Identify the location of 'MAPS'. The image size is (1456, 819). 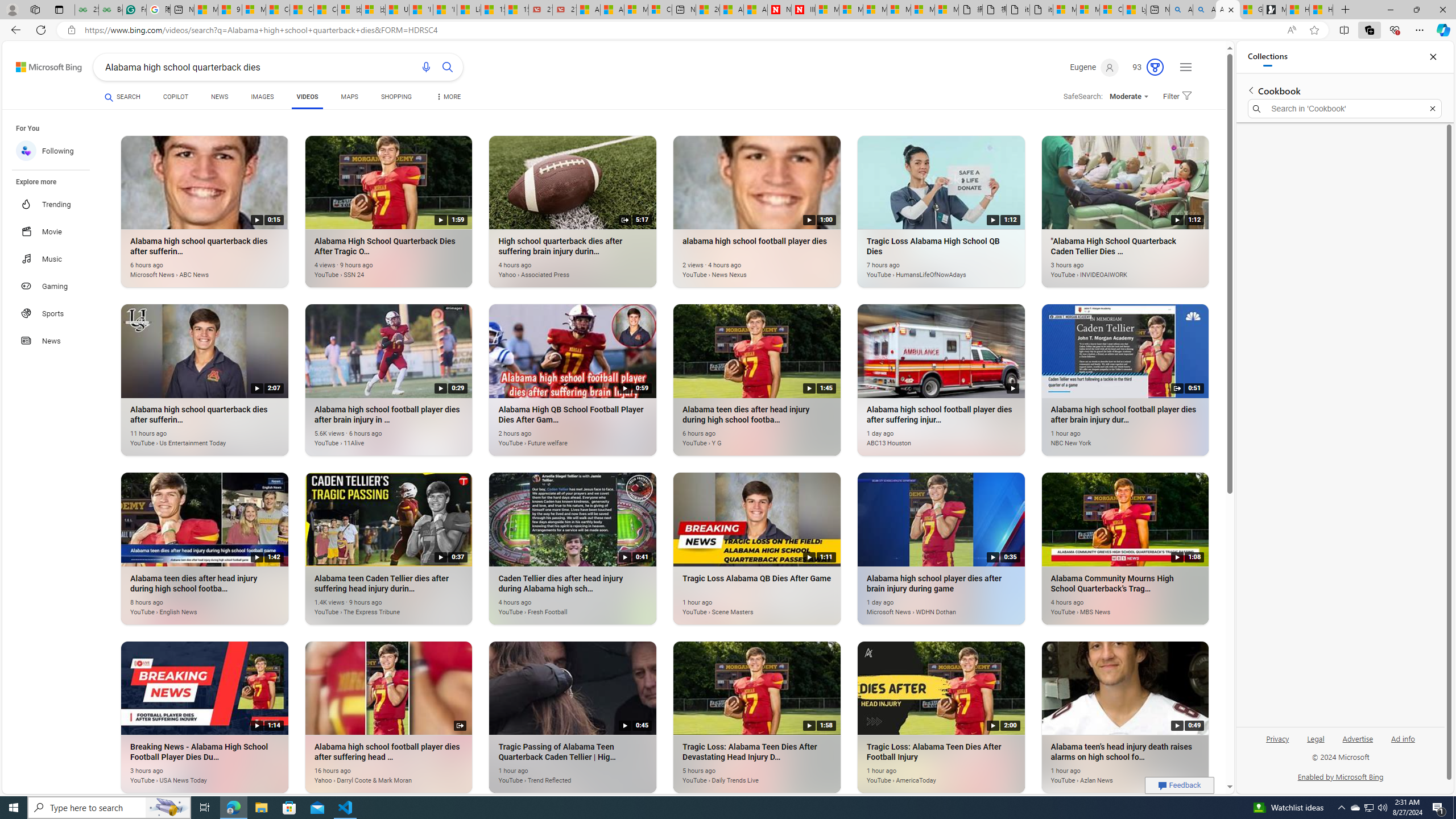
(349, 96).